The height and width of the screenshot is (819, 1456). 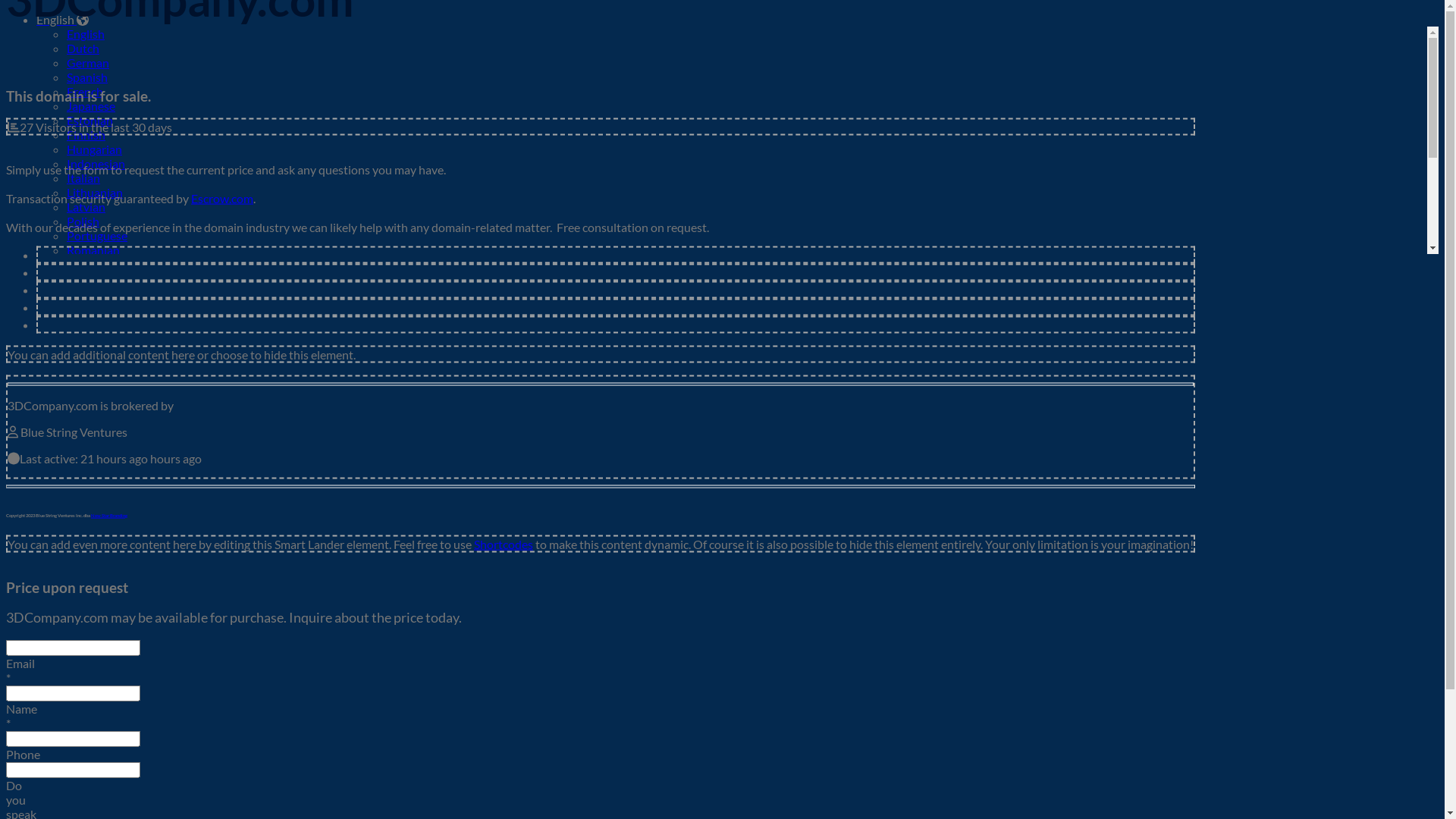 What do you see at coordinates (65, 278) in the screenshot?
I see `'Slovak'` at bounding box center [65, 278].